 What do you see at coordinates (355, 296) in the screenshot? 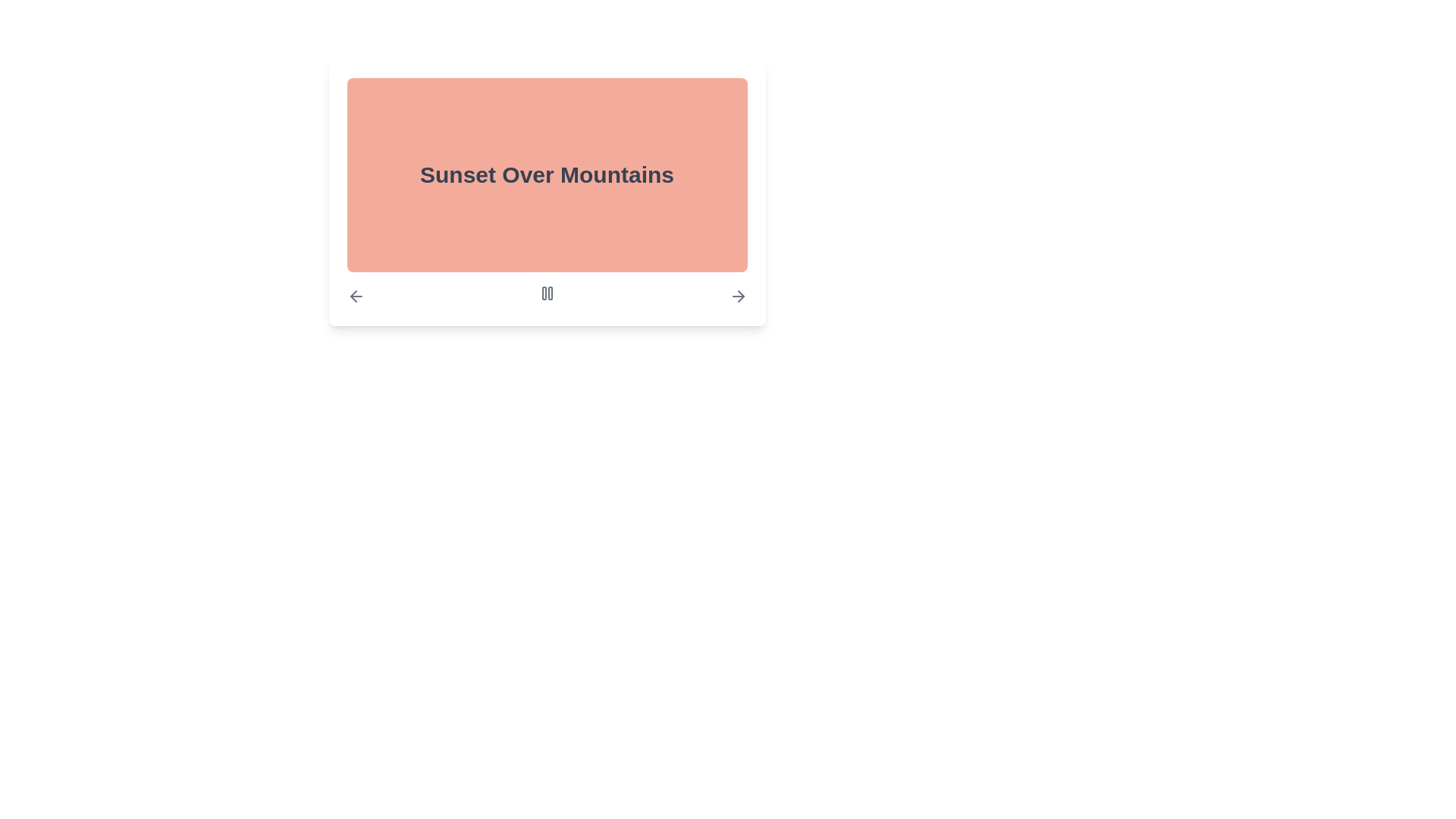
I see `the leftward-pointing arrow icon styled in gray colors, located to the left of the navigation bar beneath the panel labeled 'Sunset Over Mountains', to observe the color change upon hover` at bounding box center [355, 296].